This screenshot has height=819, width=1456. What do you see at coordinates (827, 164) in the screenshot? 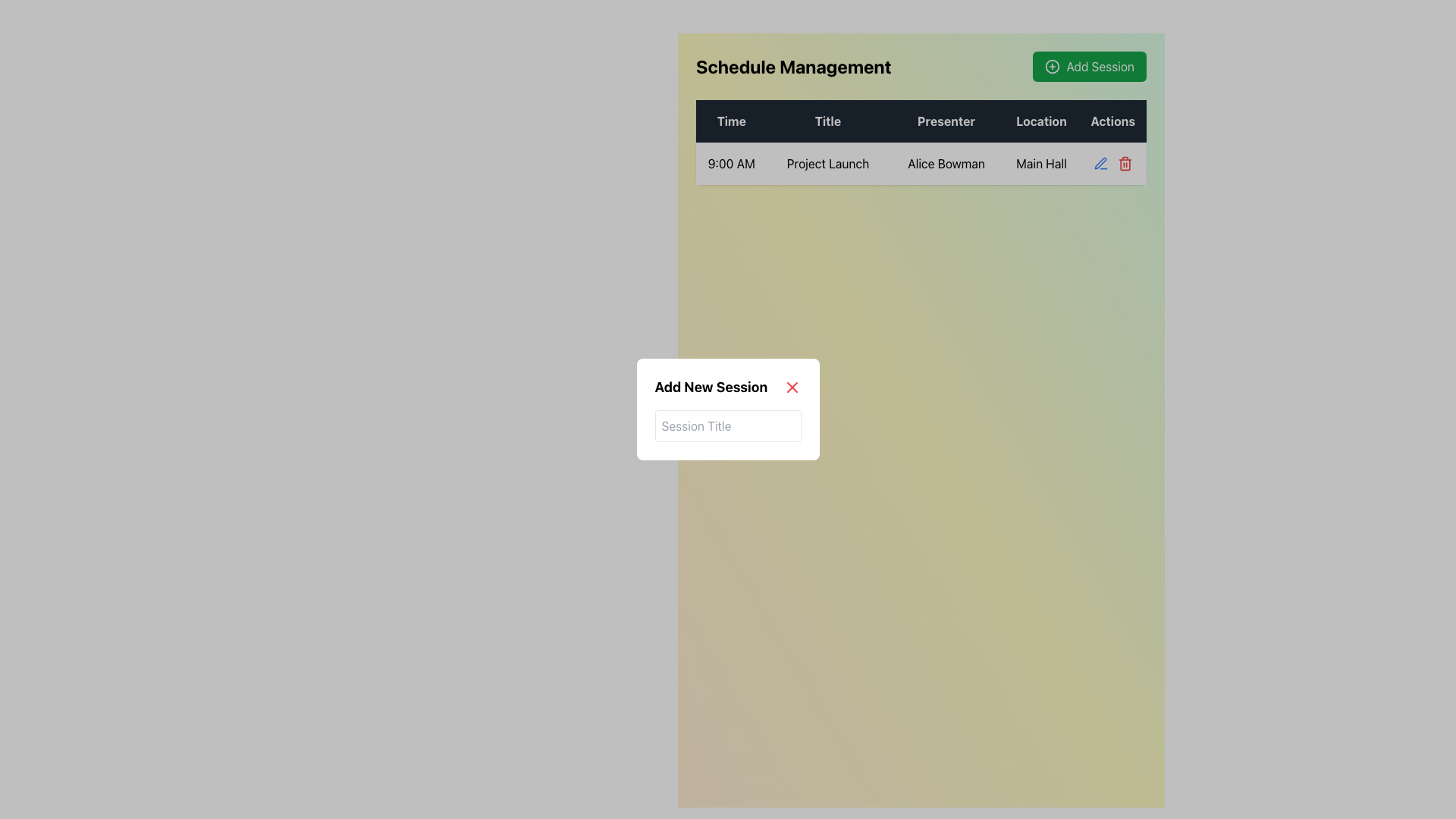
I see `the static text label that identifies the title of a session or event in the schedule table, located in the second column under the header 'Title'` at bounding box center [827, 164].